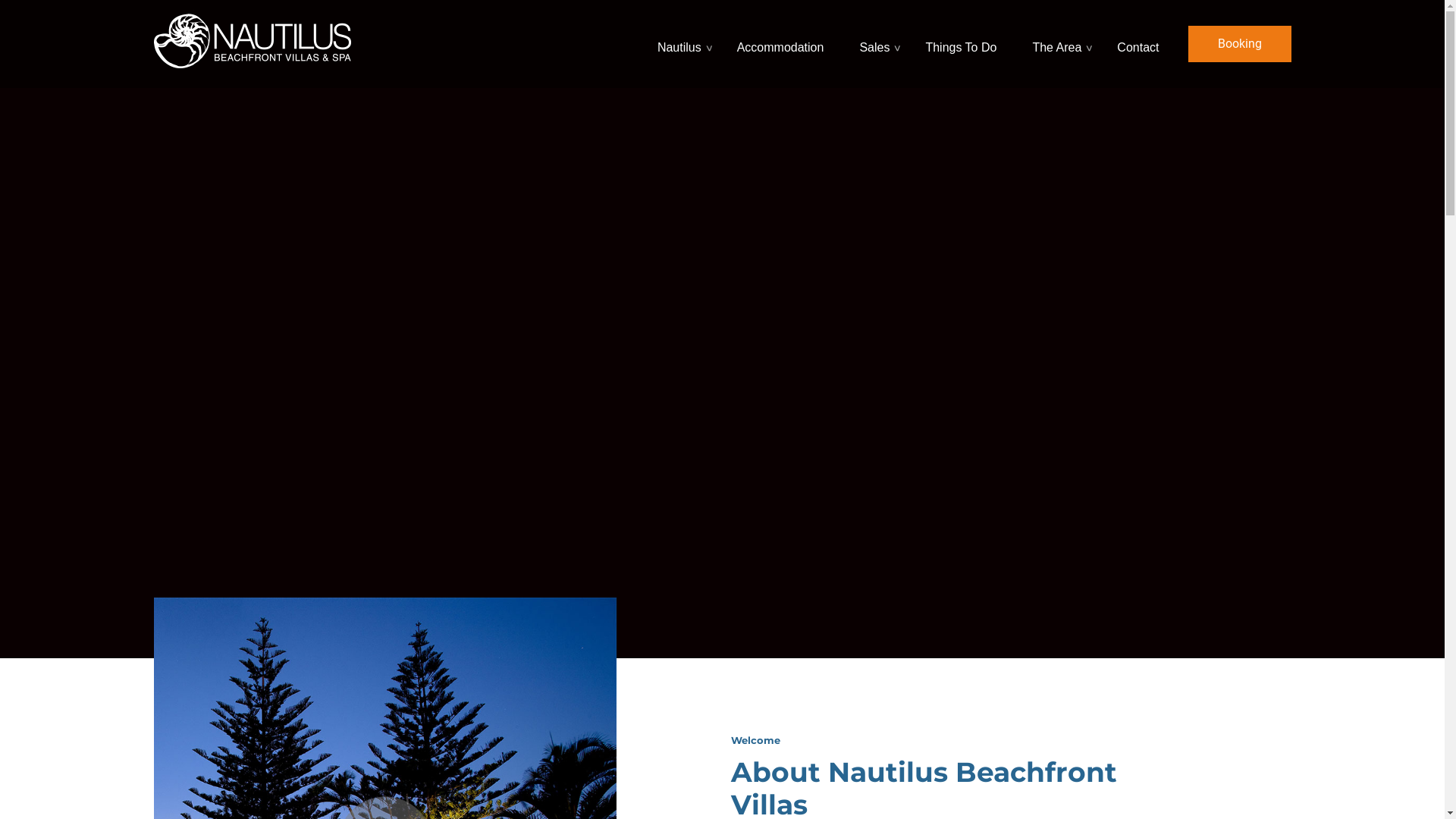  What do you see at coordinates (1110, 42) in the screenshot?
I see `'Contact'` at bounding box center [1110, 42].